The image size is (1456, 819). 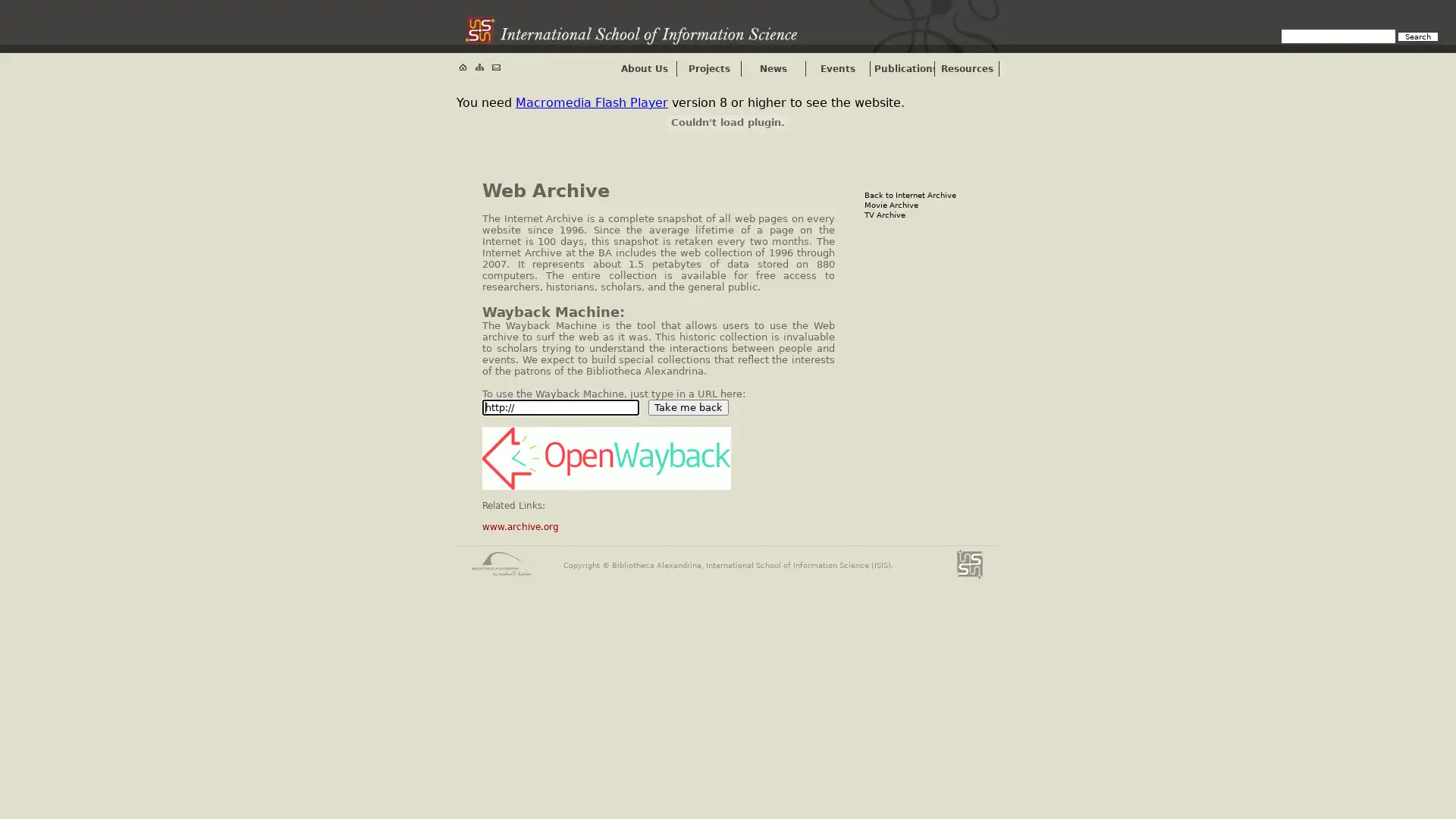 I want to click on Take me back, so click(x=687, y=406).